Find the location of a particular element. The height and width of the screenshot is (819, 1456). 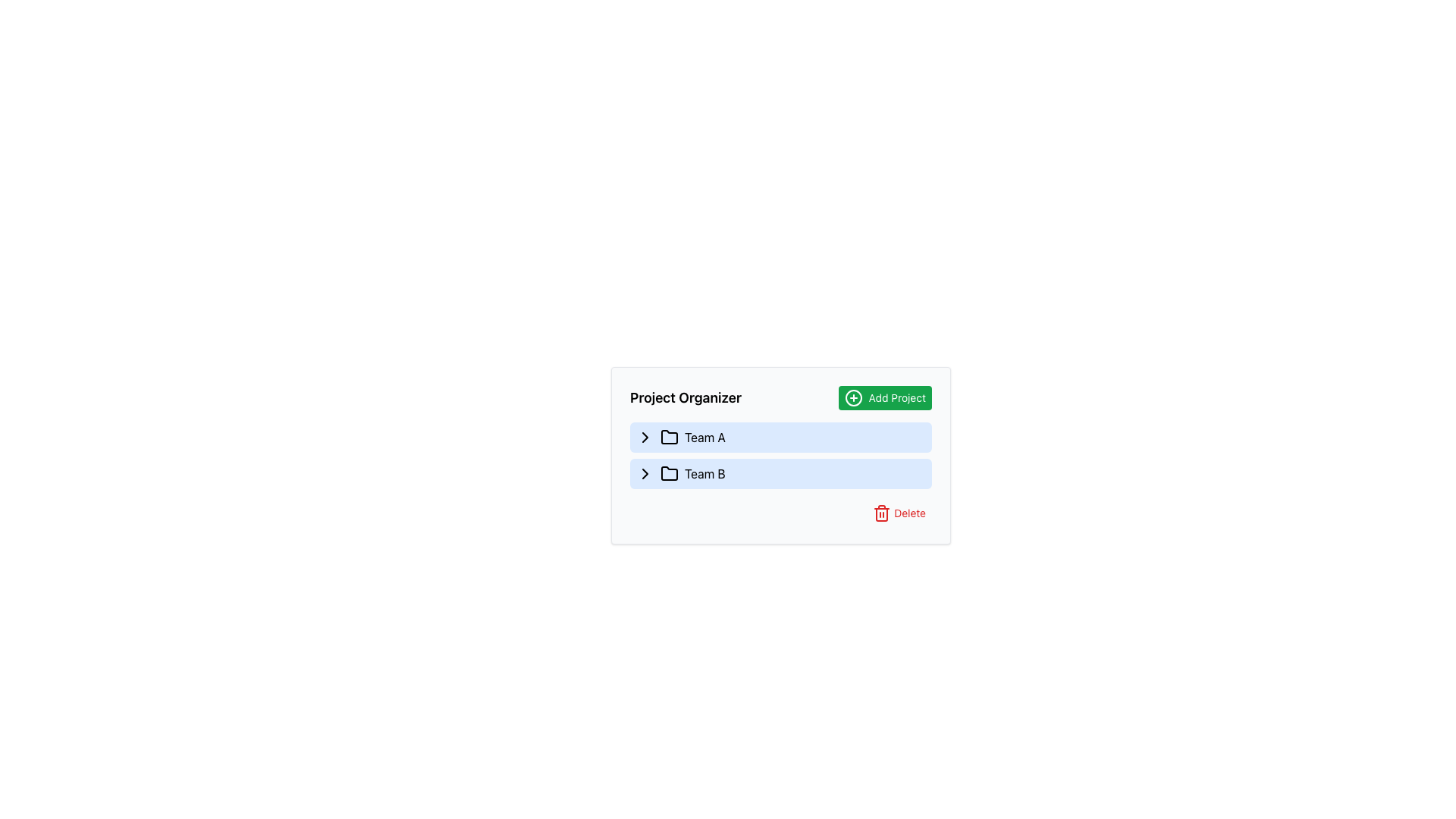

the folder icon representing 'Team B' is located at coordinates (669, 472).